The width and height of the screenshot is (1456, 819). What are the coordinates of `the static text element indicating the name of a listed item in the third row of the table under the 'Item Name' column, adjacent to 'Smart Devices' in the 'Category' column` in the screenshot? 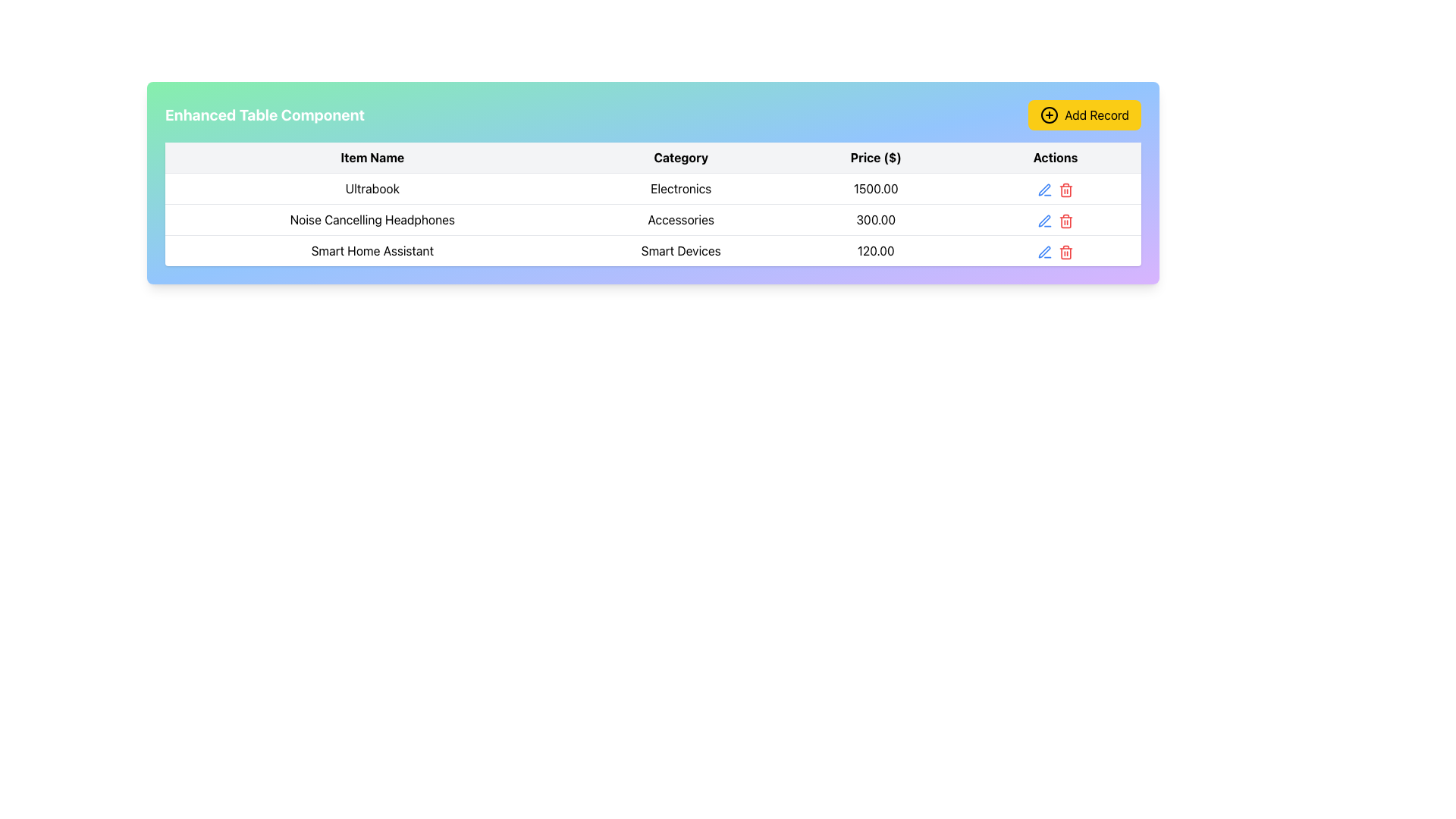 It's located at (372, 249).